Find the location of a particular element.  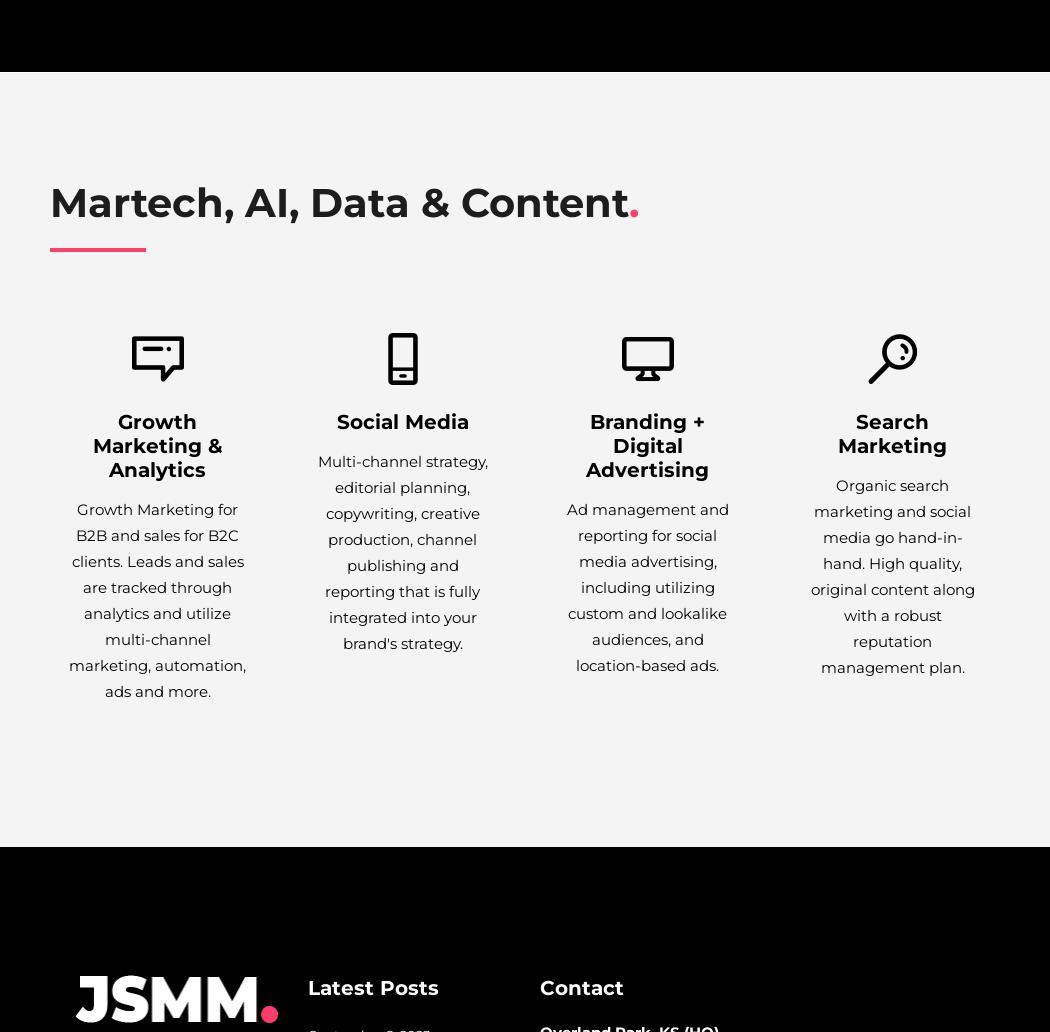

'Martech, AI, Data & Content' is located at coordinates (338, 201).